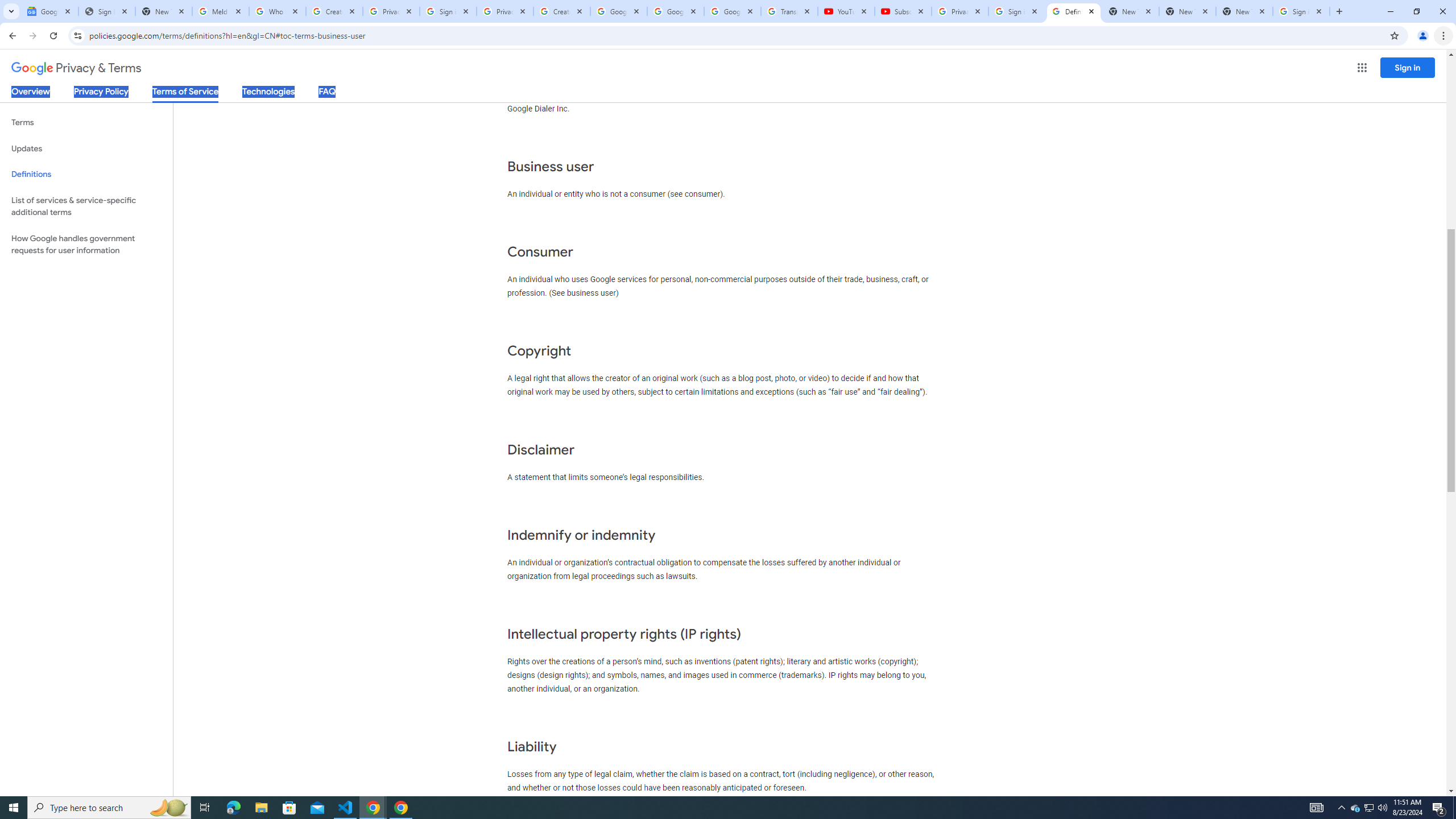 The width and height of the screenshot is (1456, 819). What do you see at coordinates (902, 11) in the screenshot?
I see `'Subscriptions - YouTube'` at bounding box center [902, 11].